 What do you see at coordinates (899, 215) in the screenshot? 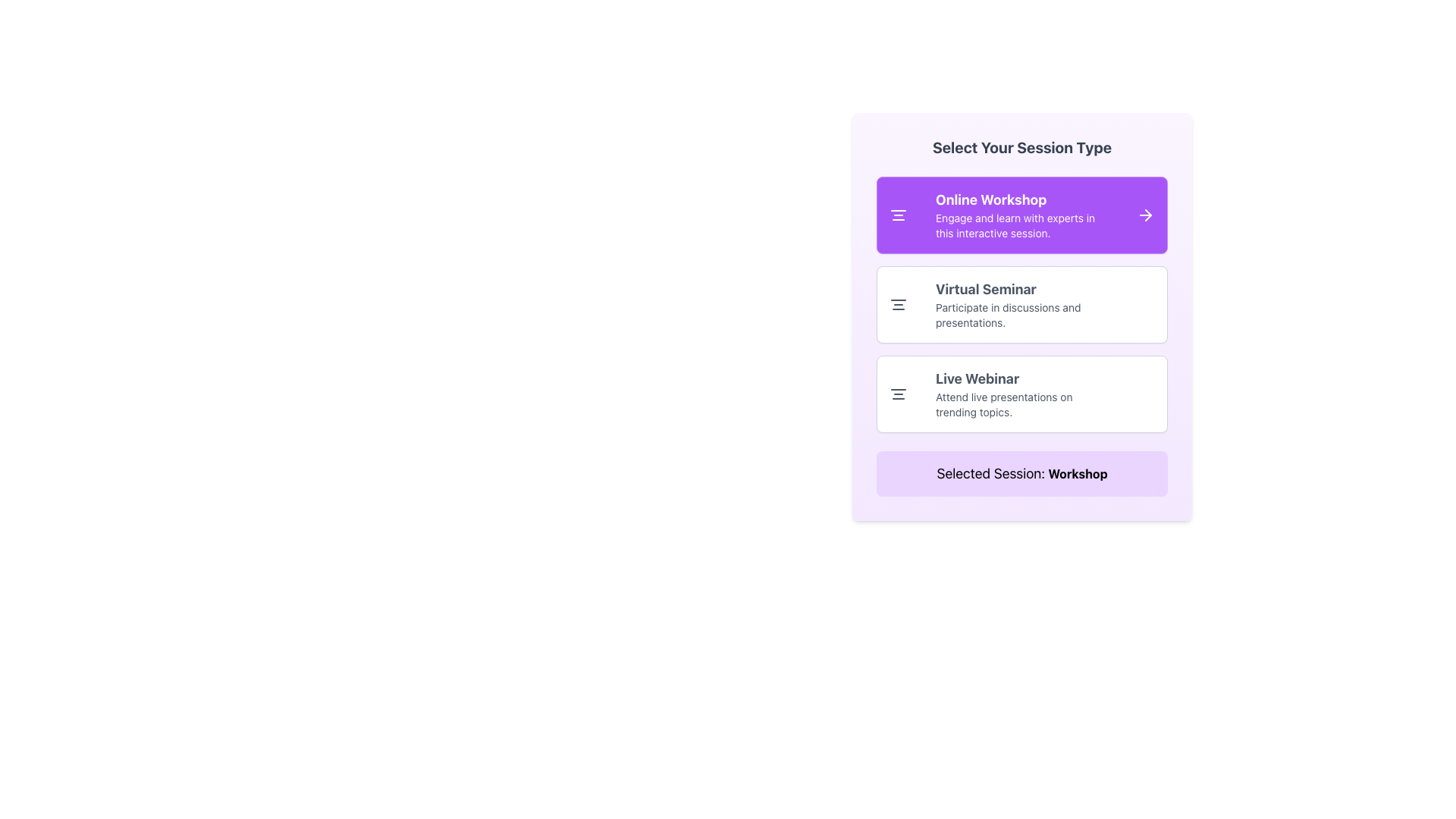
I see `the SVG icon consisting of three horizontal lines, located` at bounding box center [899, 215].